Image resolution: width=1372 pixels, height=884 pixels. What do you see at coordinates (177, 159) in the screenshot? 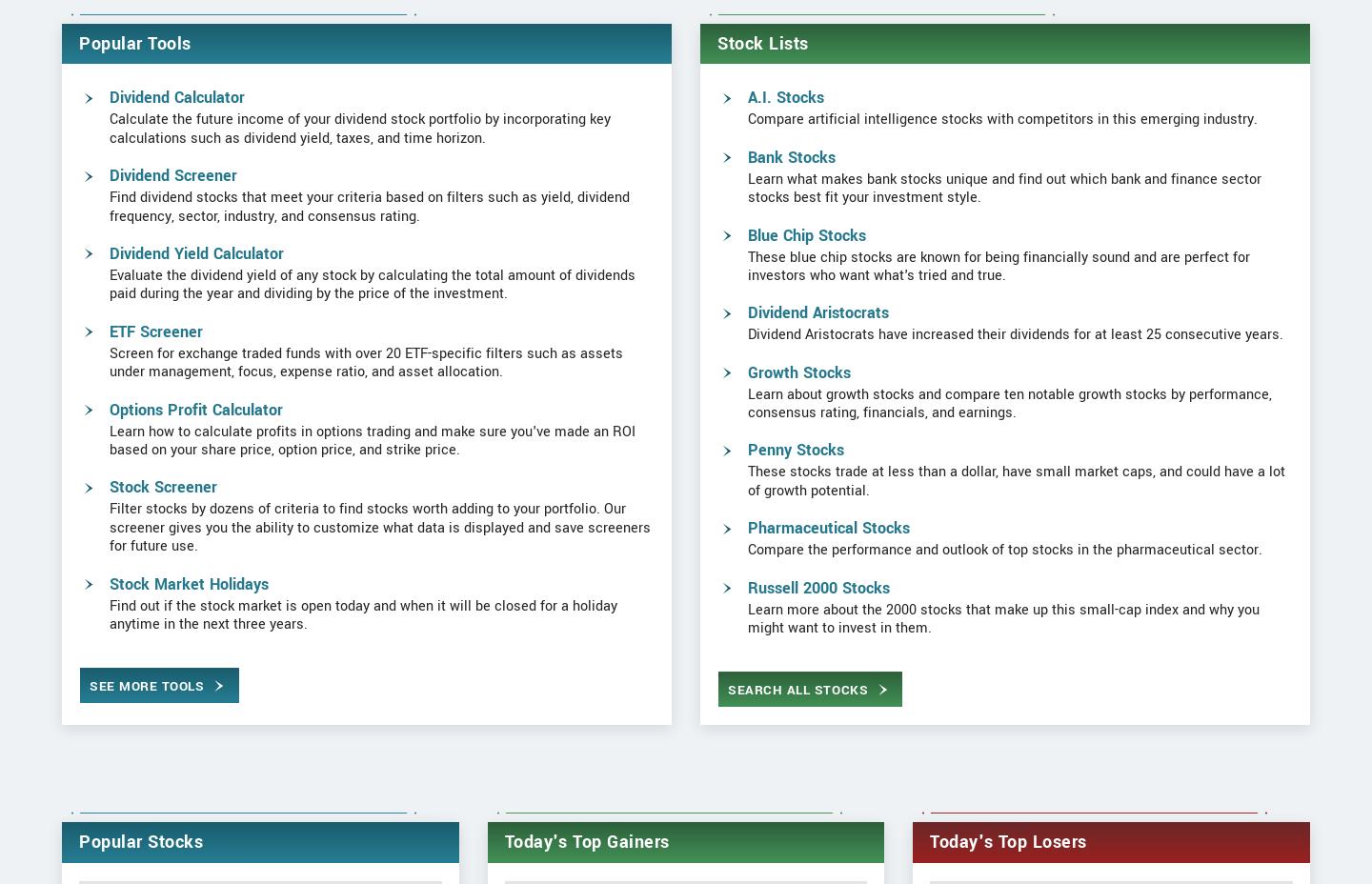
I see `'Dividend Calculator'` at bounding box center [177, 159].